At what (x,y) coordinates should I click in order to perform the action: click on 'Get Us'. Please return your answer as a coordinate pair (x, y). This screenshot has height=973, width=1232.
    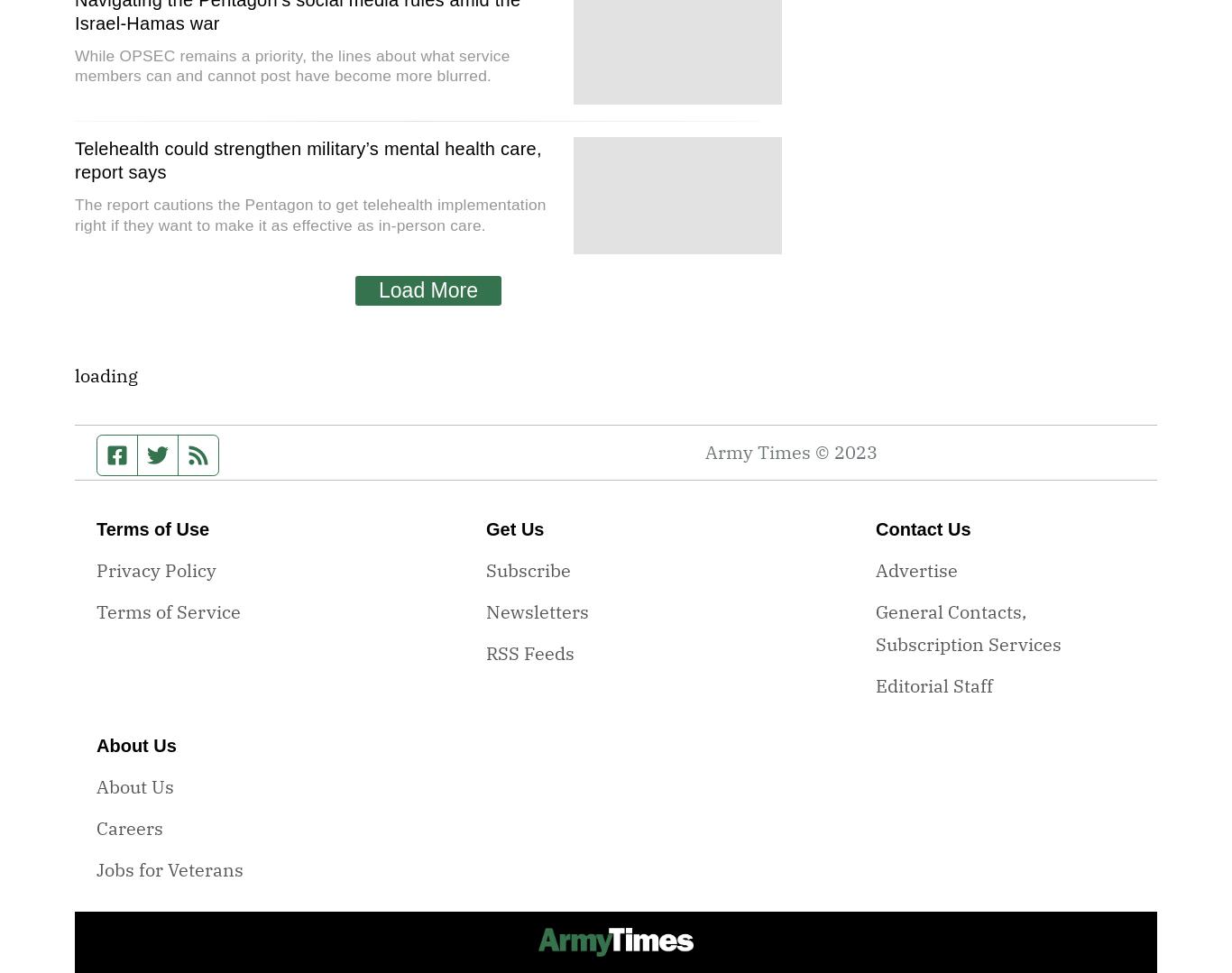
    Looking at the image, I should click on (513, 528).